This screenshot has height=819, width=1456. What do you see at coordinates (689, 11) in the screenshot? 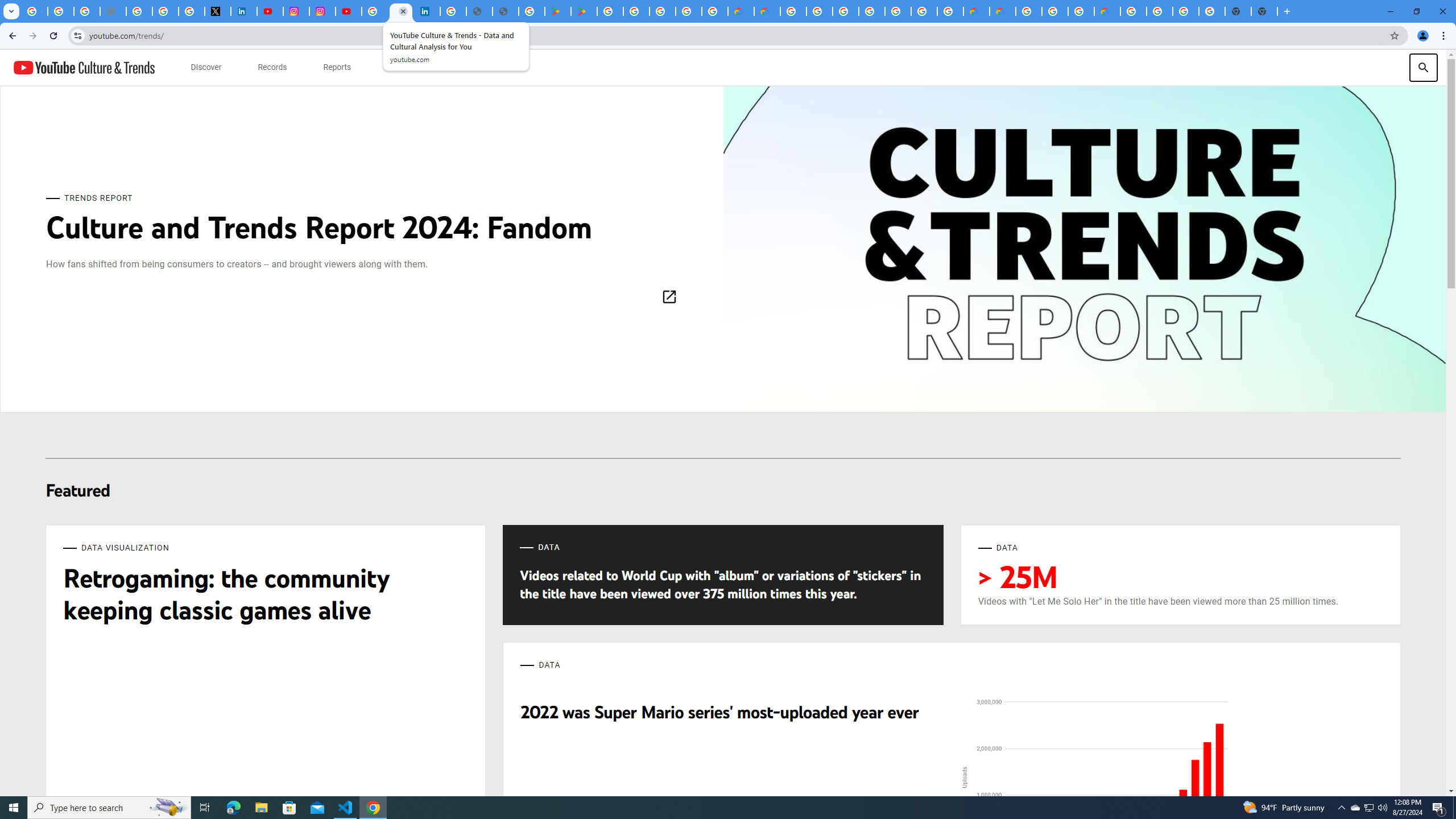
I see `'Google Workspace - Specific Terms'` at bounding box center [689, 11].